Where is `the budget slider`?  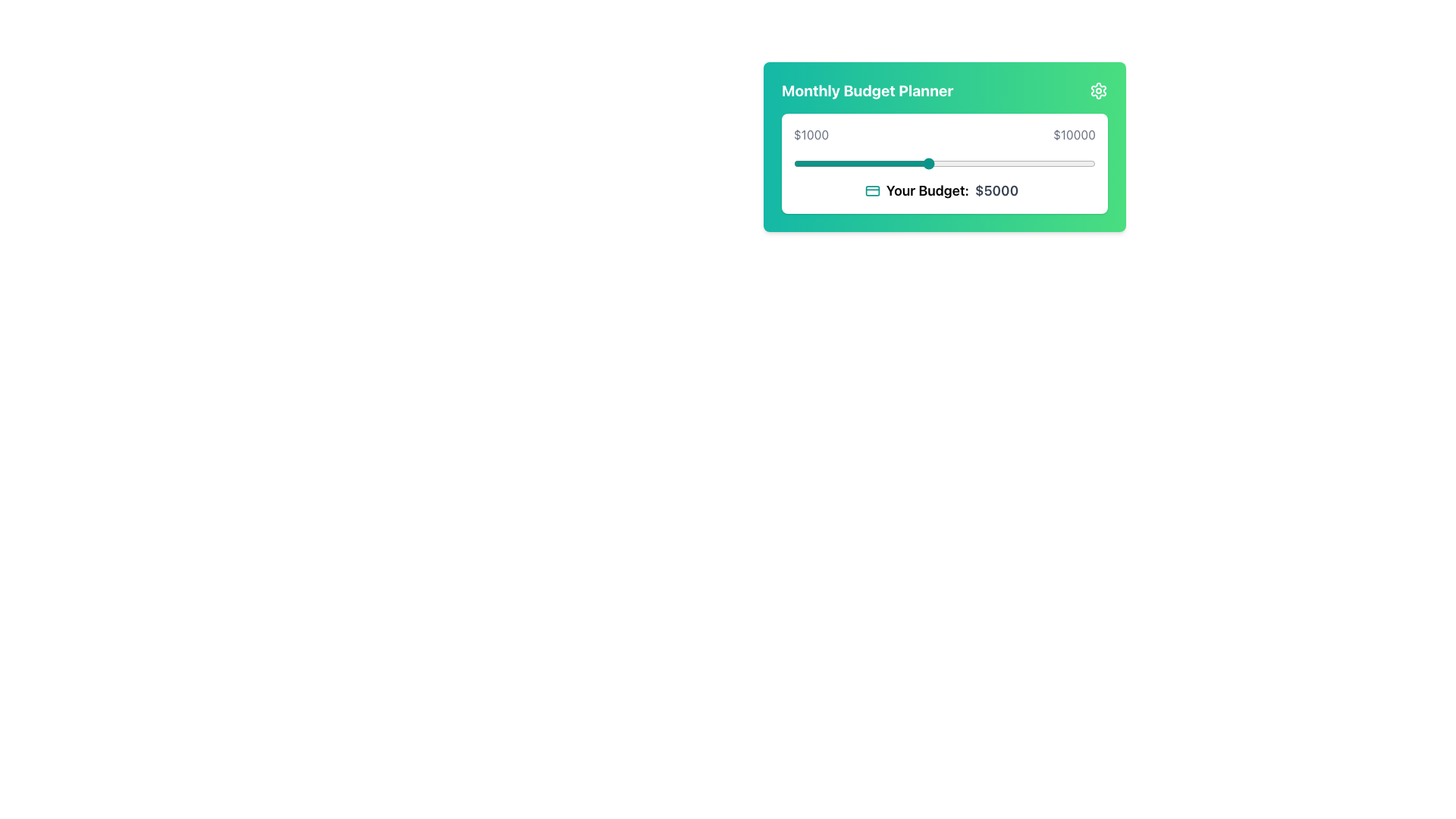
the budget slider is located at coordinates (826, 164).